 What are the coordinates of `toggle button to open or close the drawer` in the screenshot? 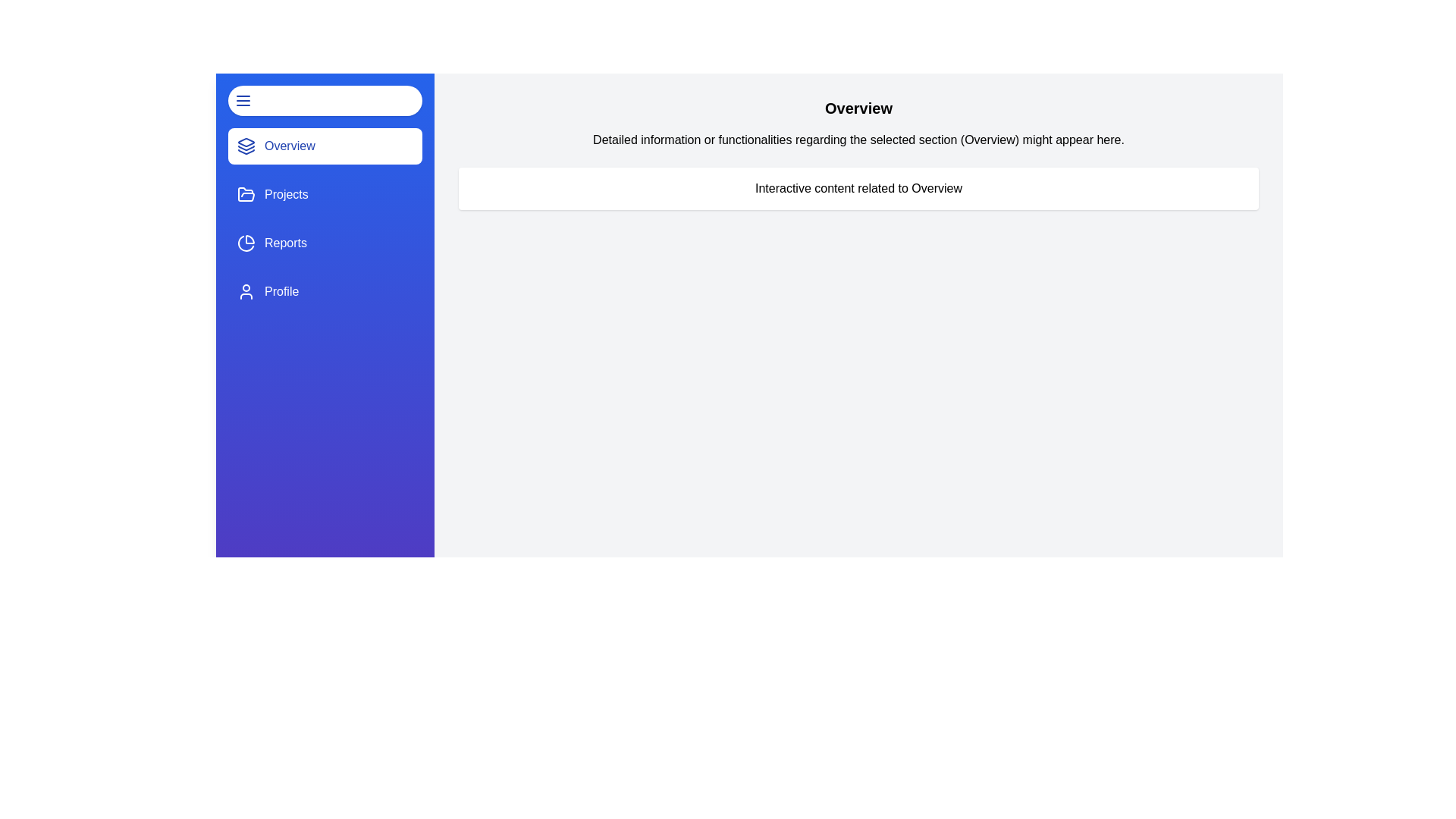 It's located at (324, 100).